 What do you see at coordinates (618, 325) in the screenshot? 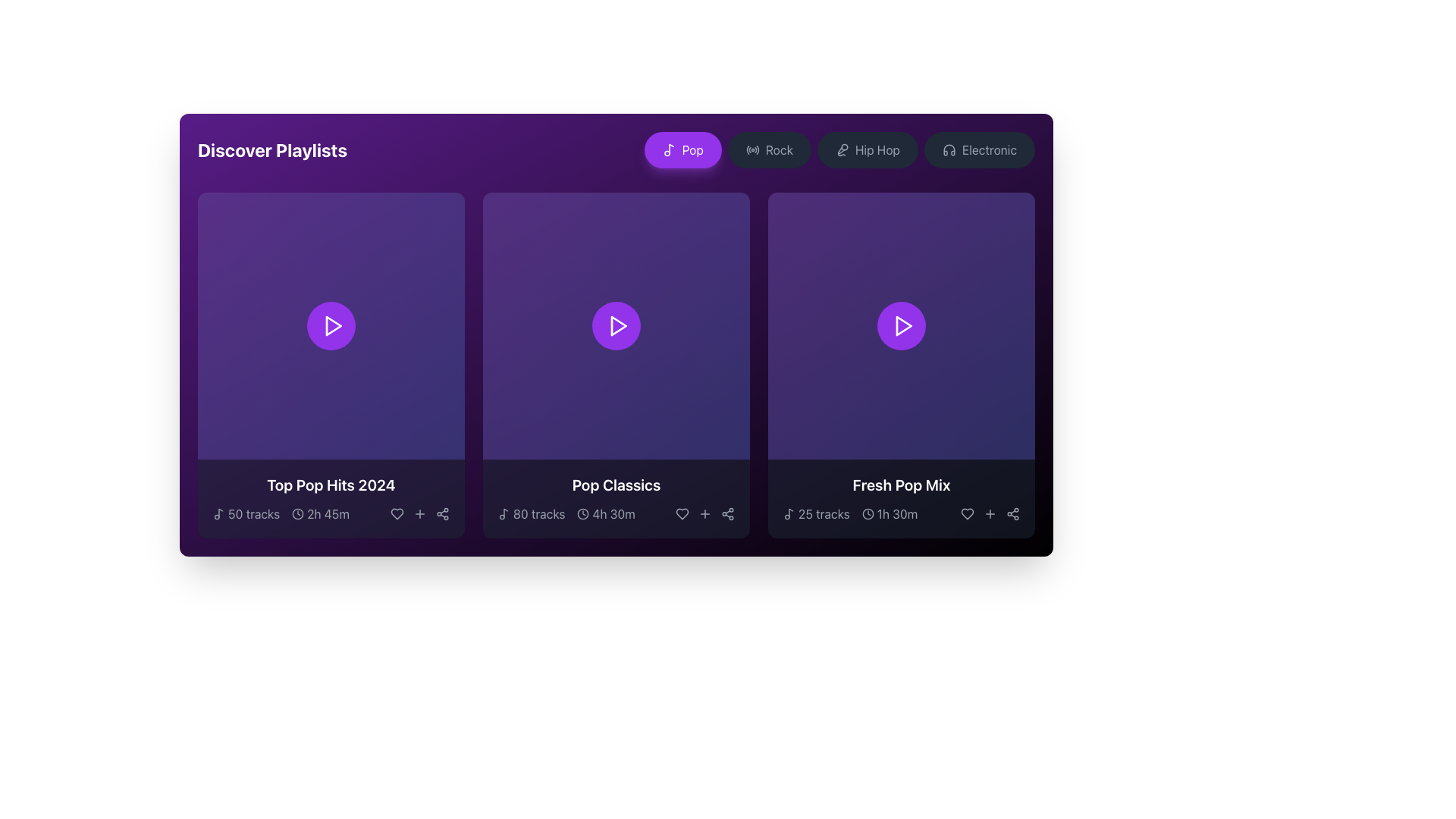
I see `the play icon button with a purple outline on a circular white background, located in the 'Pop Classics' card to play the playlist` at bounding box center [618, 325].